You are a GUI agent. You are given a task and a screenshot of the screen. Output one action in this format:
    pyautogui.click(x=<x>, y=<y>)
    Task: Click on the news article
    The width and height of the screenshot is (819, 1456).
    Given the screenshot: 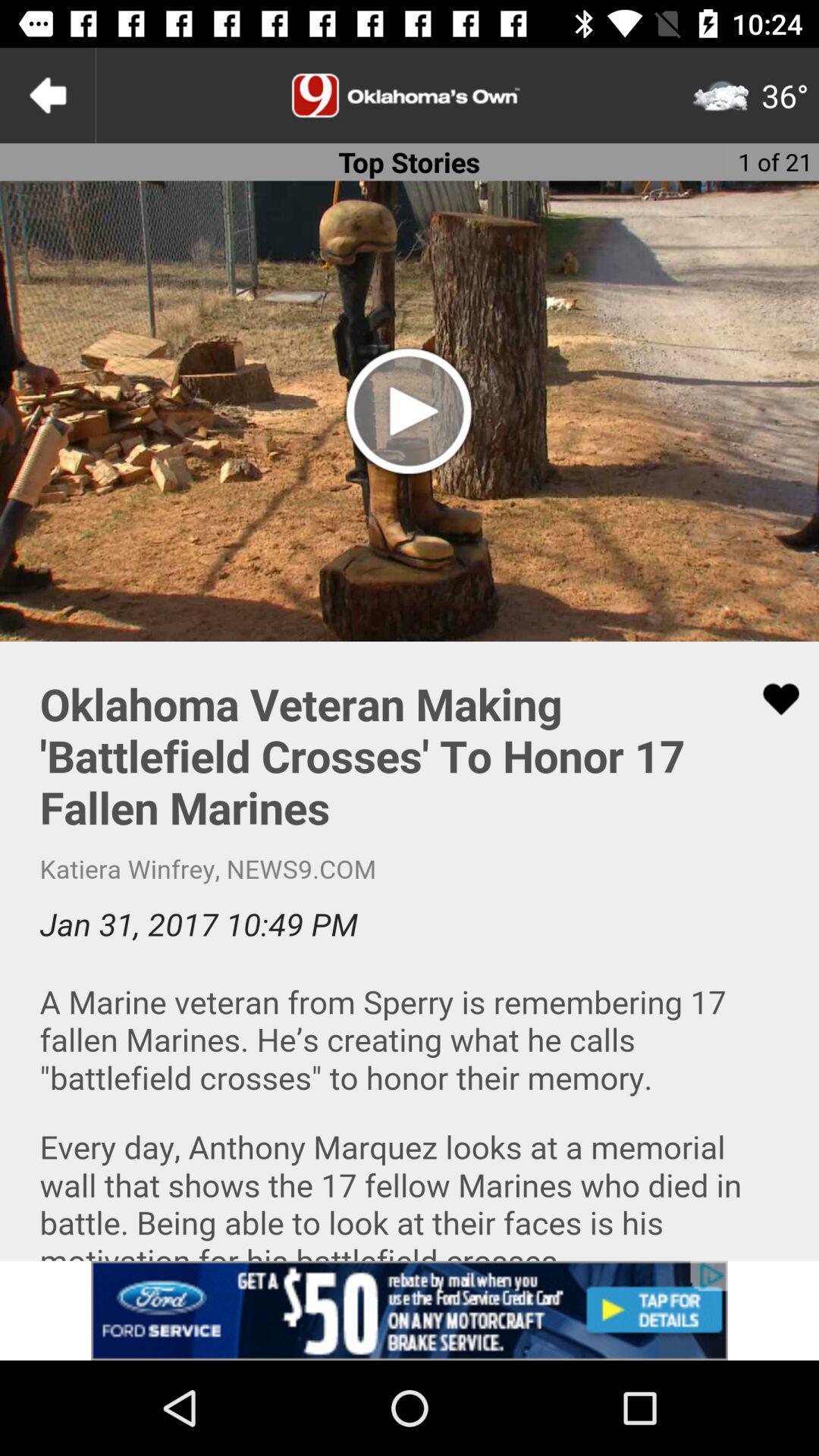 What is the action you would take?
    pyautogui.click(x=409, y=950)
    